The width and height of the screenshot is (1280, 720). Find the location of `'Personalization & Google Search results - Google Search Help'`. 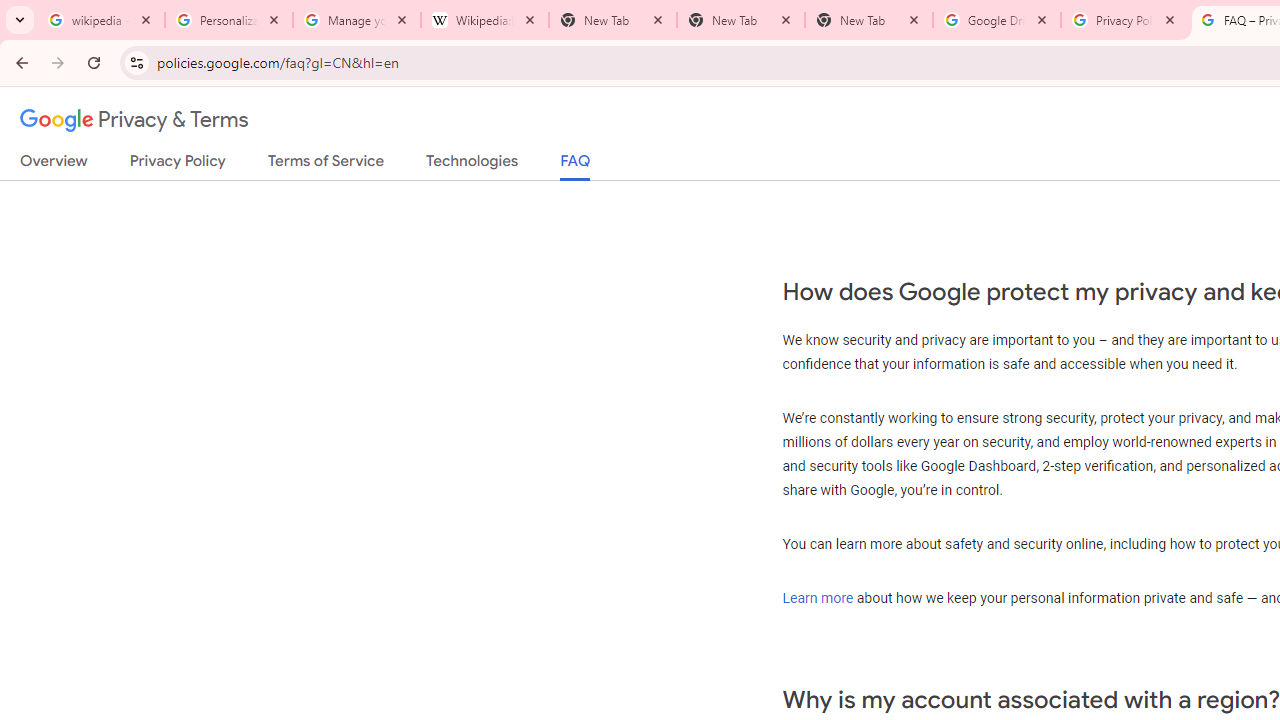

'Personalization & Google Search results - Google Search Help' is located at coordinates (229, 20).